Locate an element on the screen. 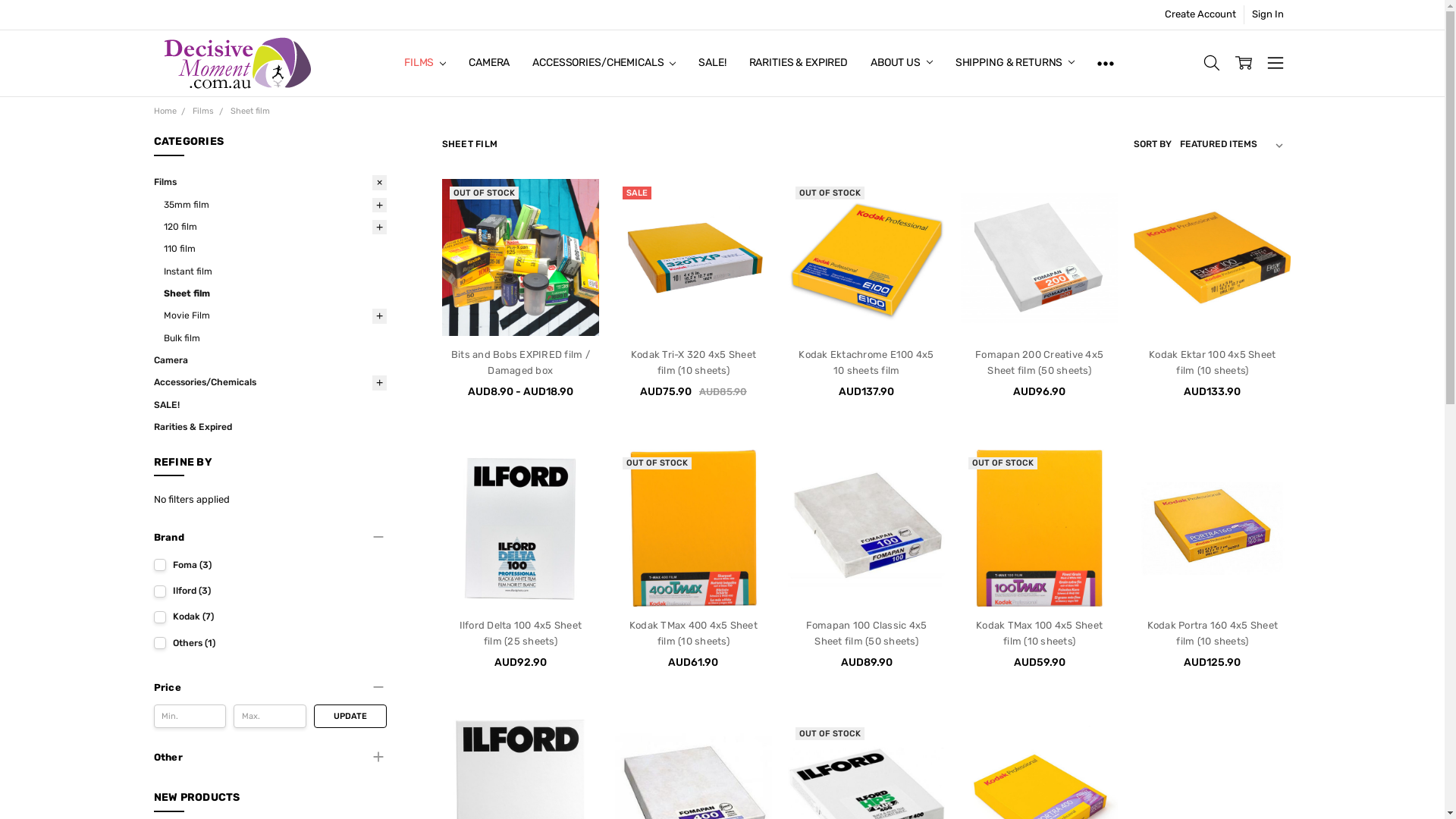 This screenshot has height=819, width=1456. 'Bits and Bobs EXPIRED film / Damaged box' is located at coordinates (450, 362).